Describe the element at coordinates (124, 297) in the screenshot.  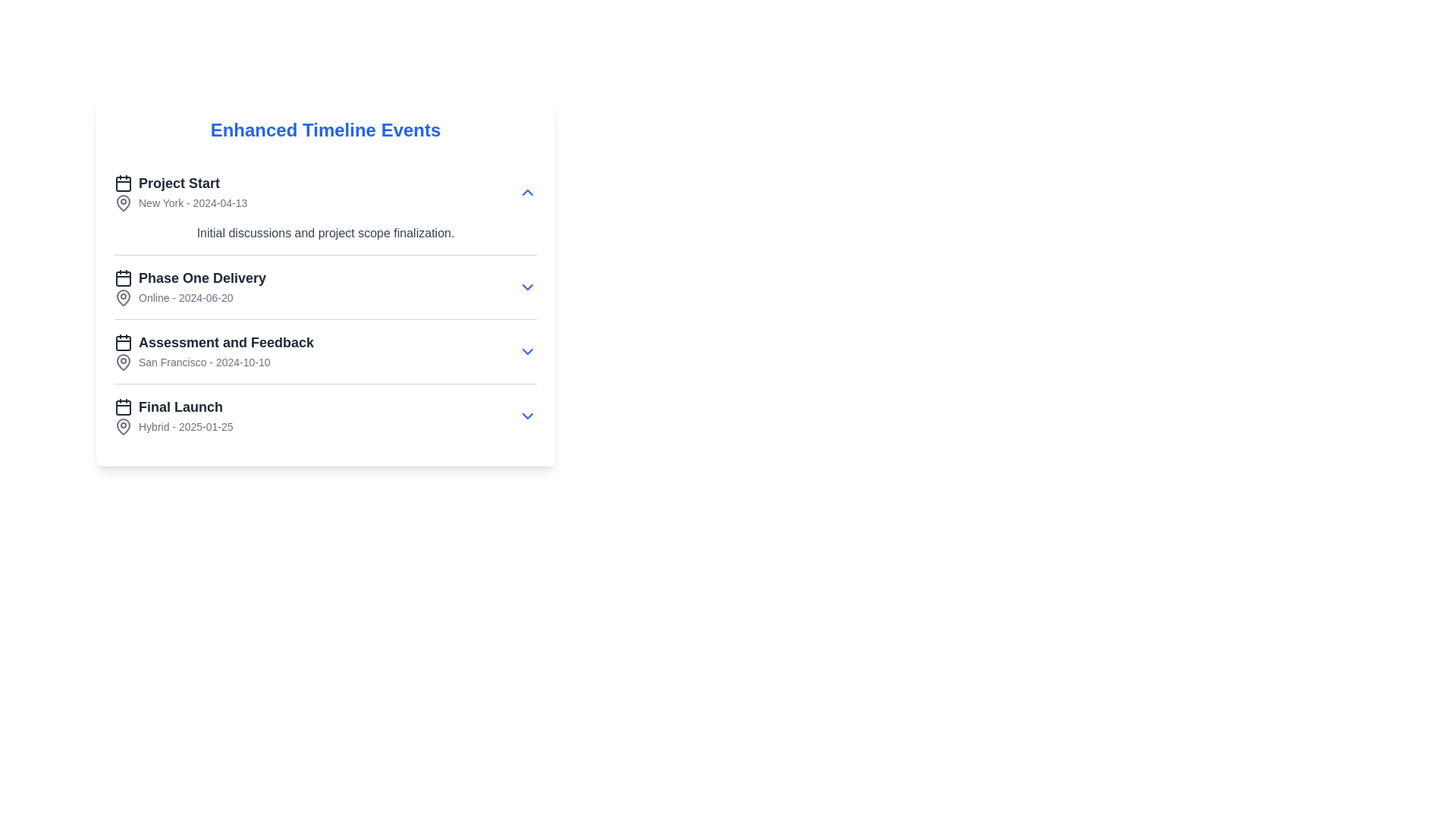
I see `the map pin icon that indicates delivery information next to the 'Phase One Delivery' text in the timeline events list` at that location.